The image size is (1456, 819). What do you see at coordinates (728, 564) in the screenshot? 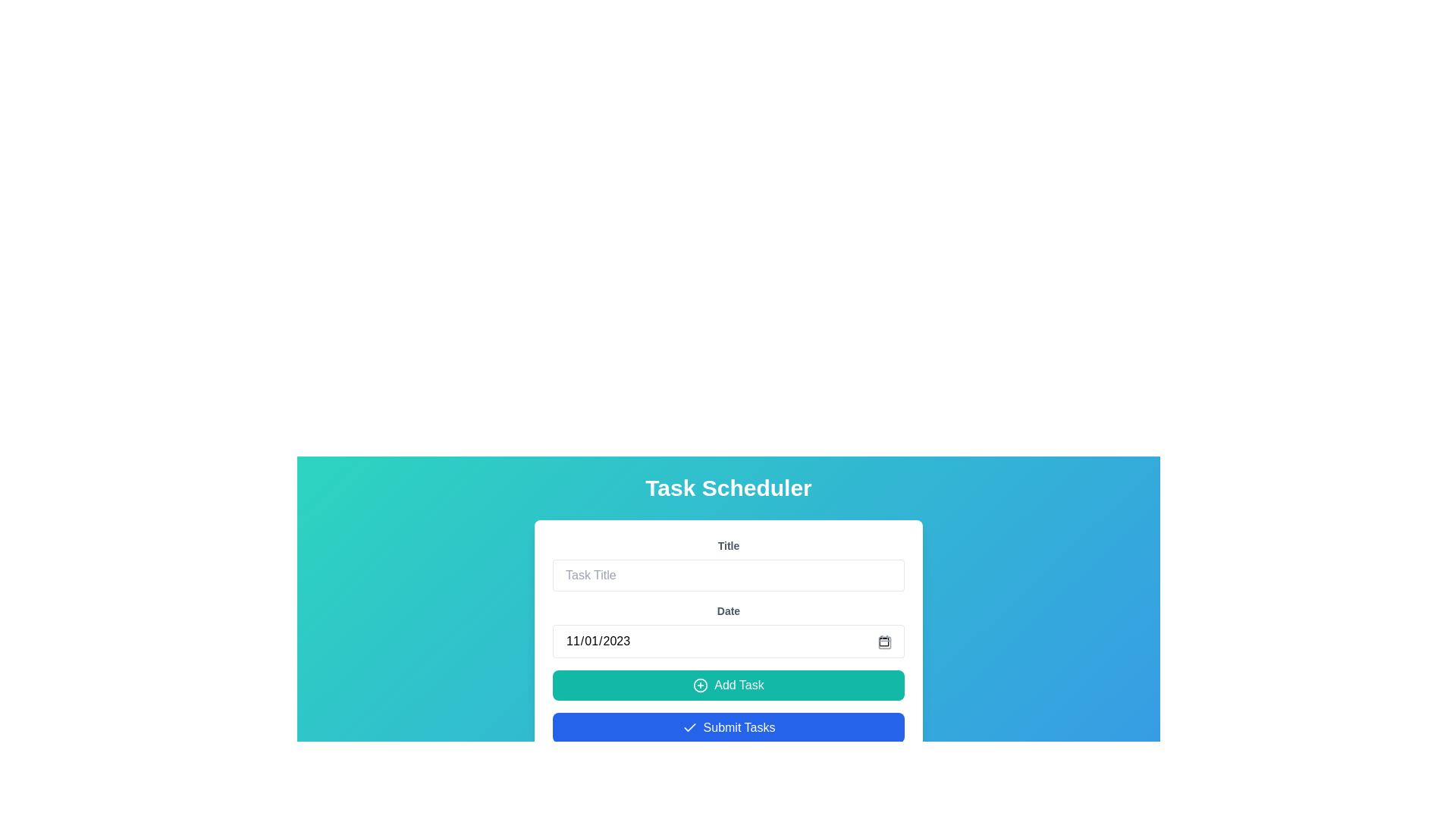
I see `the labeled input field for entering a task title by tabbing to it, located above the 'Date' section with the label 'Title'` at bounding box center [728, 564].